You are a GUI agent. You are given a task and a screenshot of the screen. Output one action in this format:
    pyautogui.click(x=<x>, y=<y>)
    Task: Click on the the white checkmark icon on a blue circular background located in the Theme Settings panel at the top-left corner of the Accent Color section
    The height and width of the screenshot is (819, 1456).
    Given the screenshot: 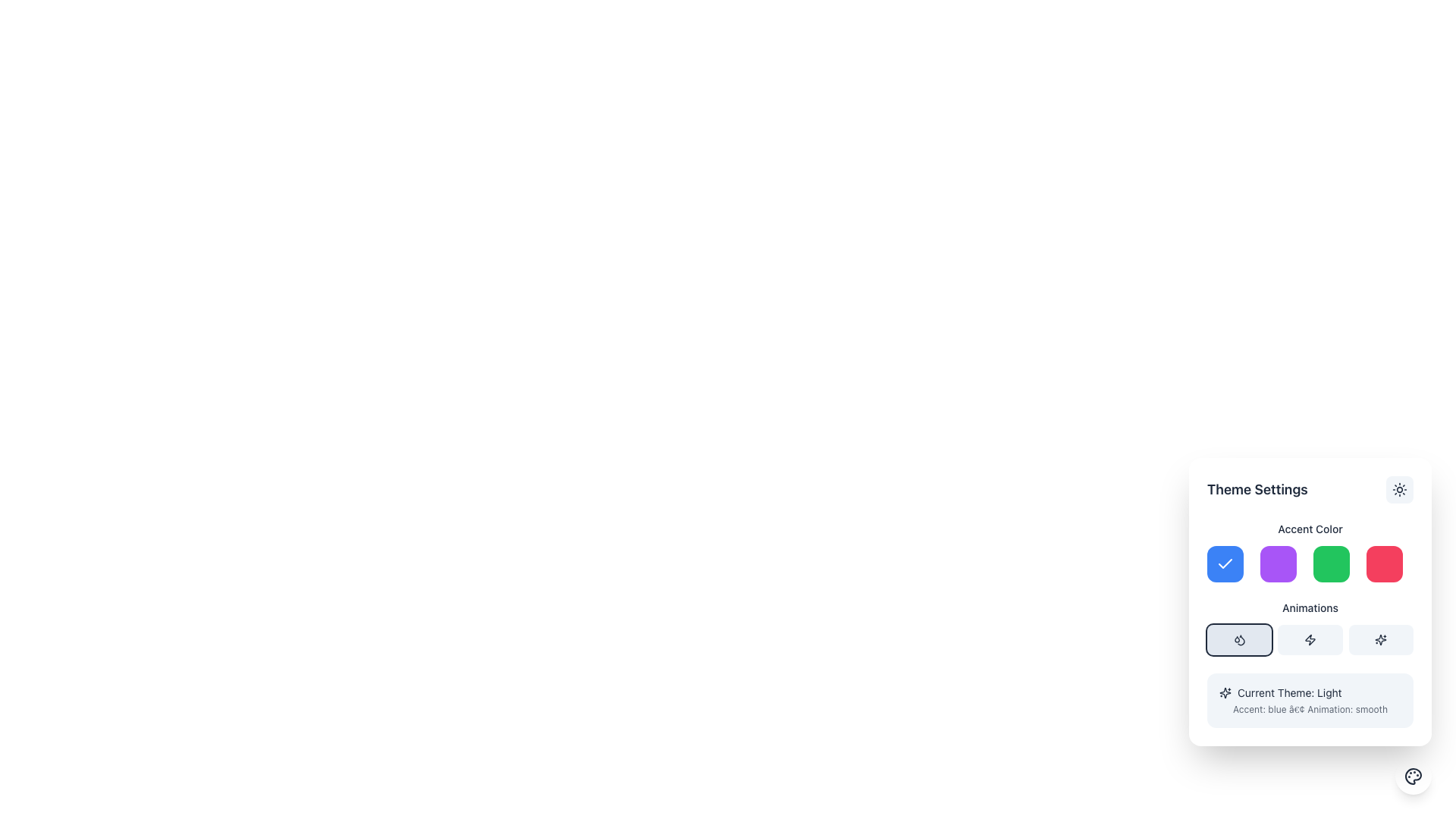 What is the action you would take?
    pyautogui.click(x=1225, y=564)
    